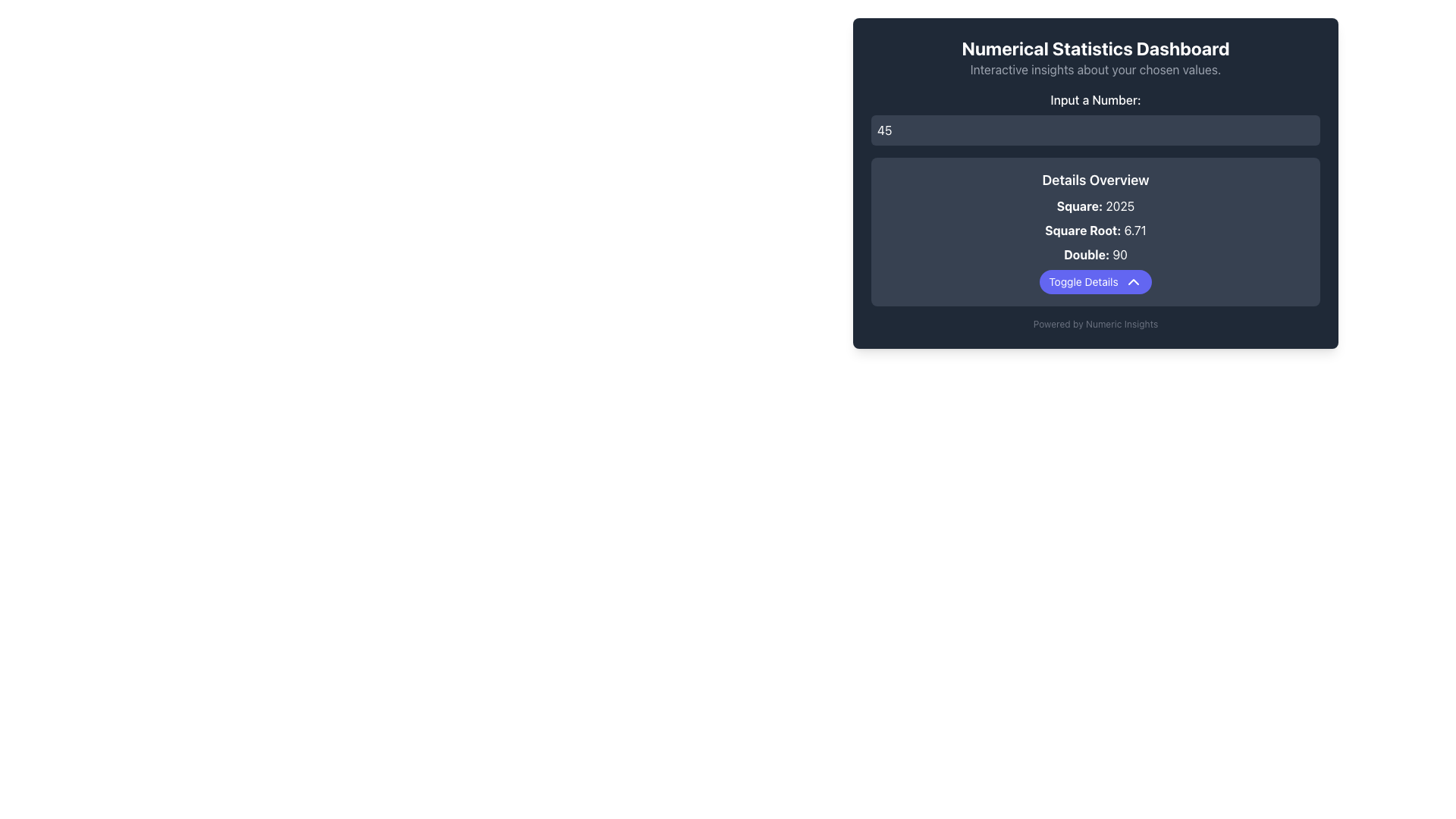 This screenshot has height=819, width=1456. Describe the element at coordinates (1095, 253) in the screenshot. I see `the Label that displays the result of the doubled value, located in the 'Details Overview' panel beneath 'Square Root: 6.71' and above 'Toggle Details'` at that location.